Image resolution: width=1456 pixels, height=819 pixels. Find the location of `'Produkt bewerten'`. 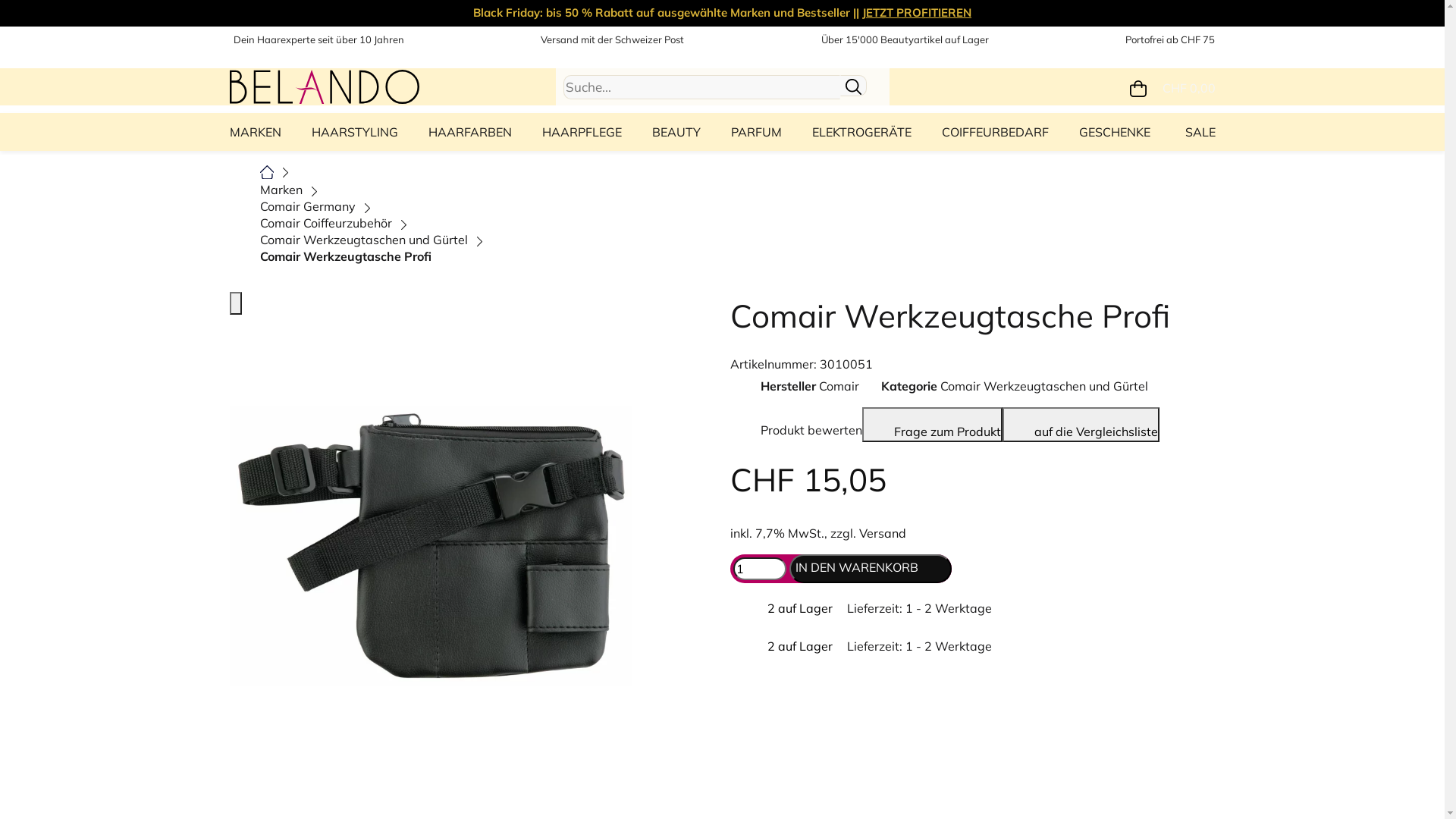

'Produkt bewerten' is located at coordinates (795, 424).